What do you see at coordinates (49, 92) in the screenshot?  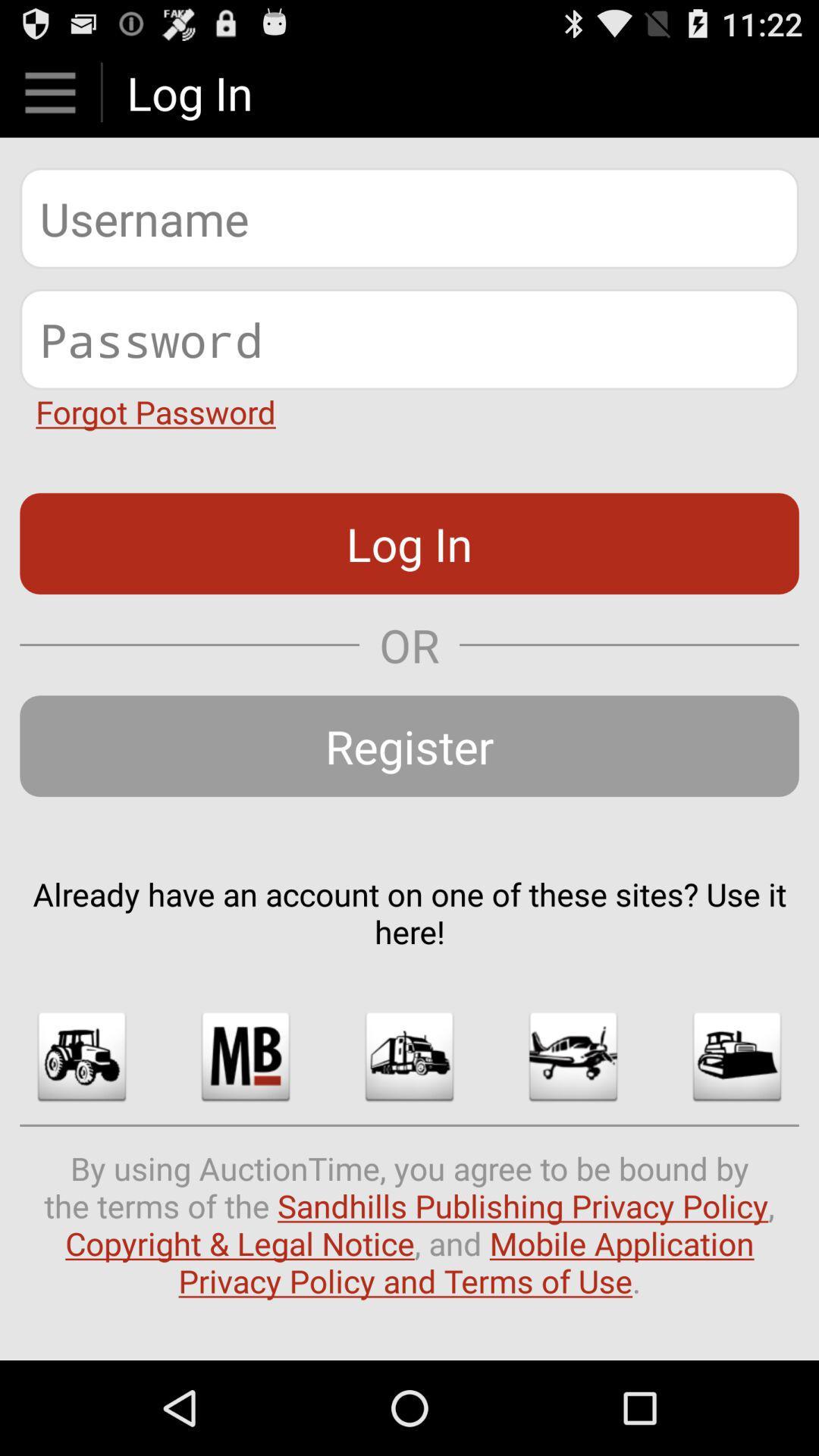 I see `open the main menu` at bounding box center [49, 92].